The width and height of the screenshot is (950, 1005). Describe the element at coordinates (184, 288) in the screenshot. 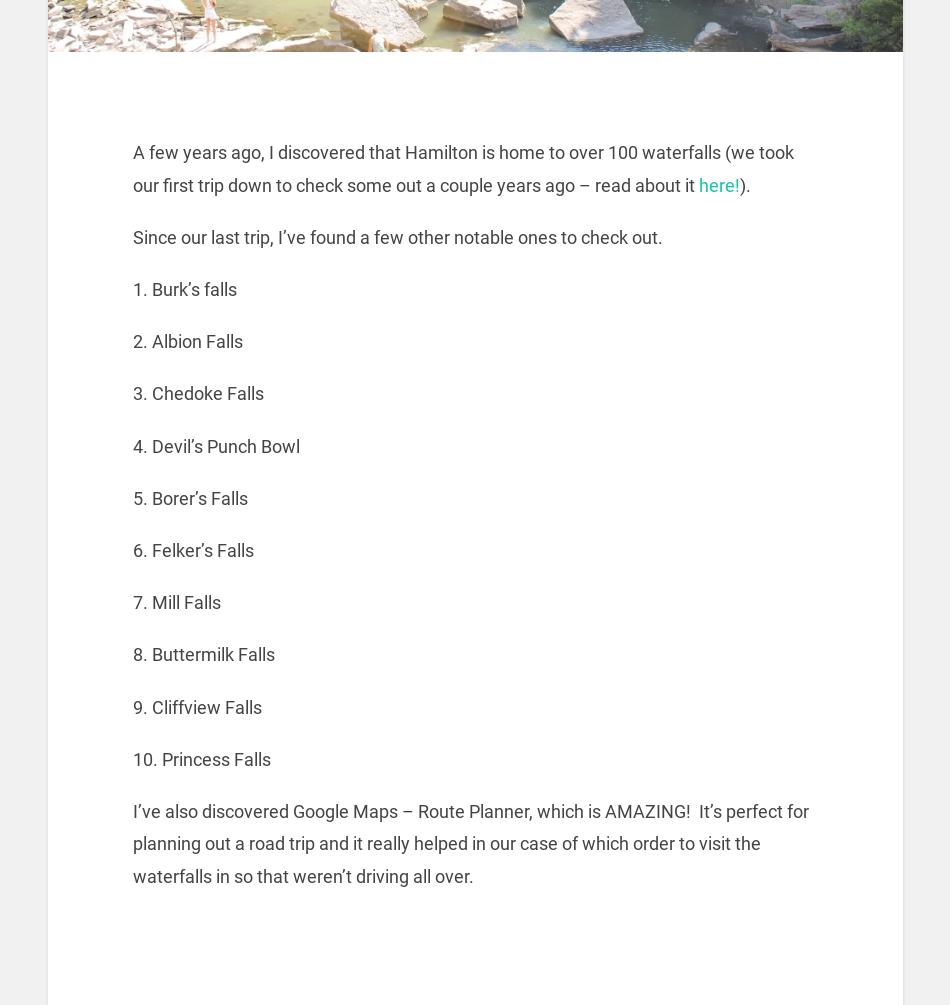

I see `'1. Burk’s falls'` at that location.